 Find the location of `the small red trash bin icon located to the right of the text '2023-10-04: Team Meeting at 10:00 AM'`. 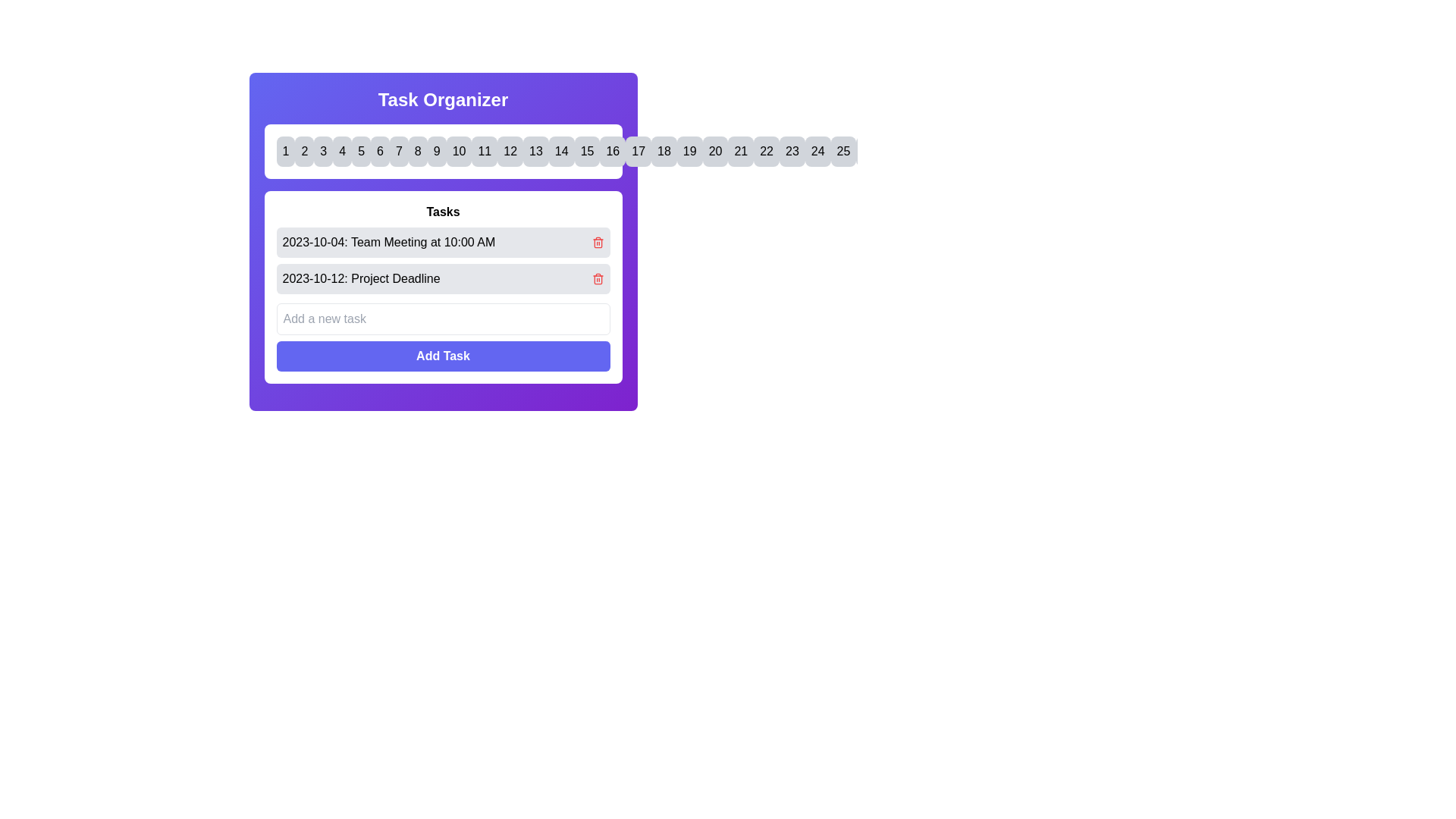

the small red trash bin icon located to the right of the text '2023-10-04: Team Meeting at 10:00 AM' is located at coordinates (597, 242).